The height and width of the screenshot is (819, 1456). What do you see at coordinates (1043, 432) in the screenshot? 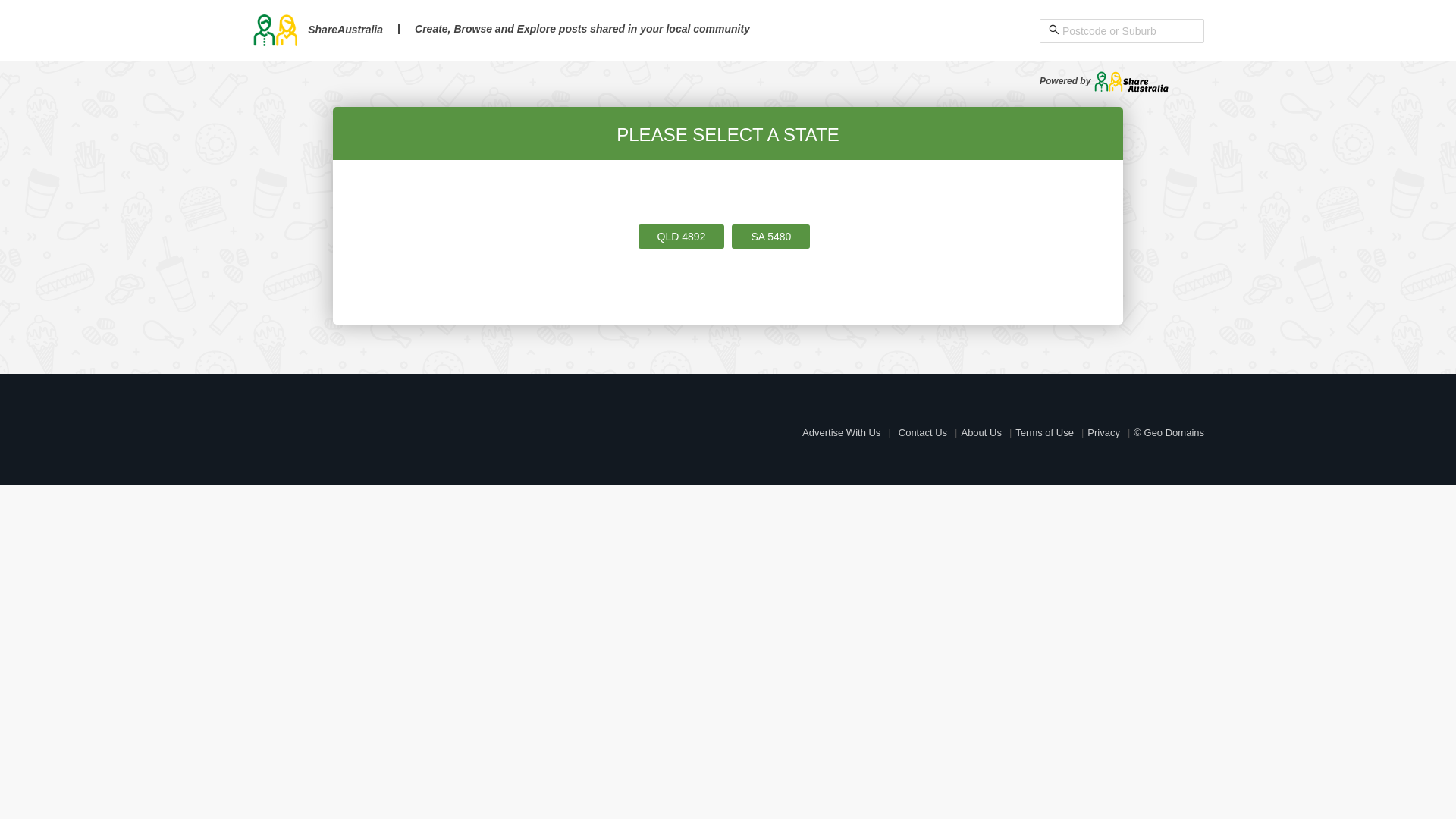
I see `'Terms of Use'` at bounding box center [1043, 432].